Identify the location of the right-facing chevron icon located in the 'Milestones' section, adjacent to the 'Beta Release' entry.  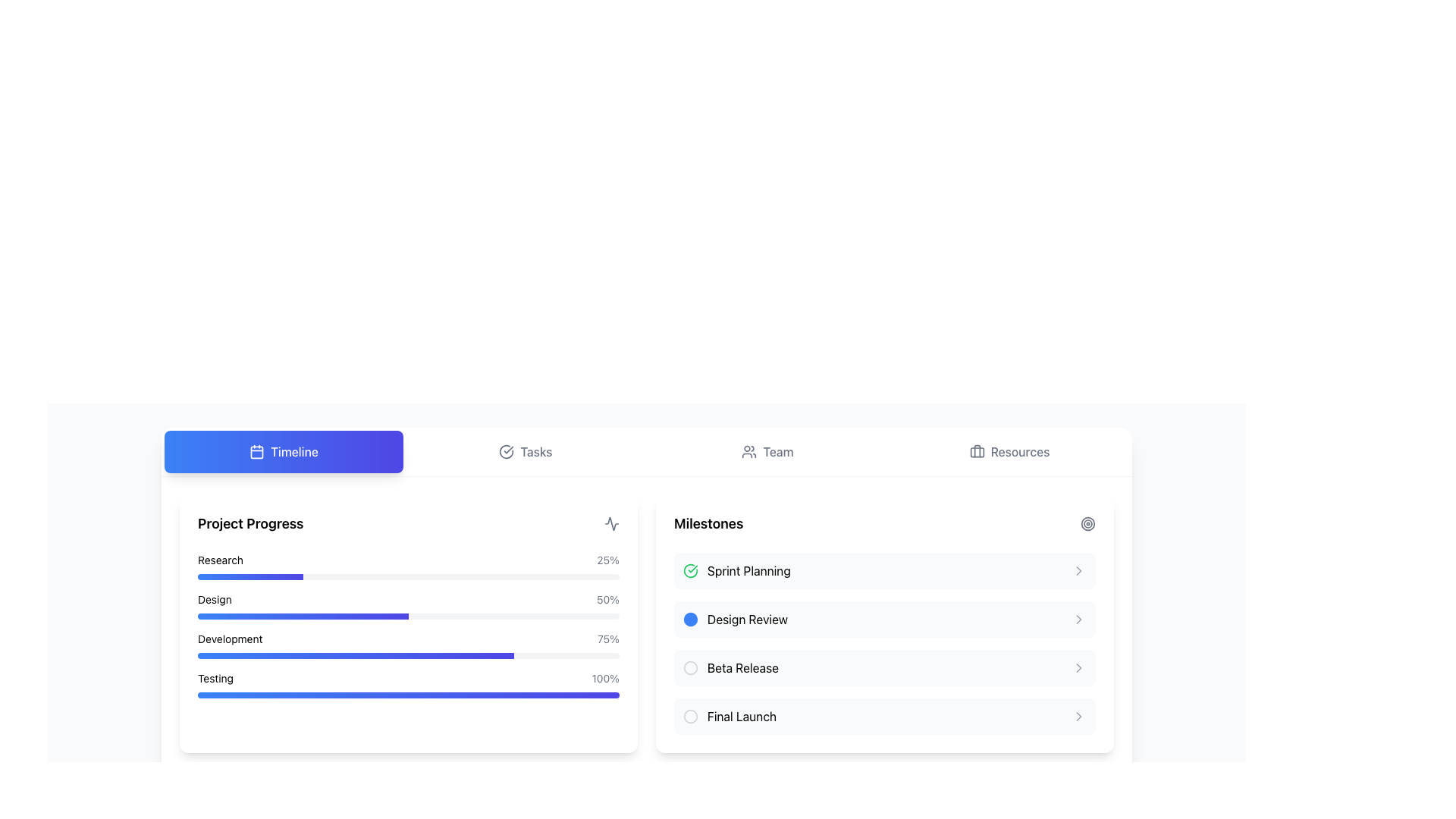
(1078, 667).